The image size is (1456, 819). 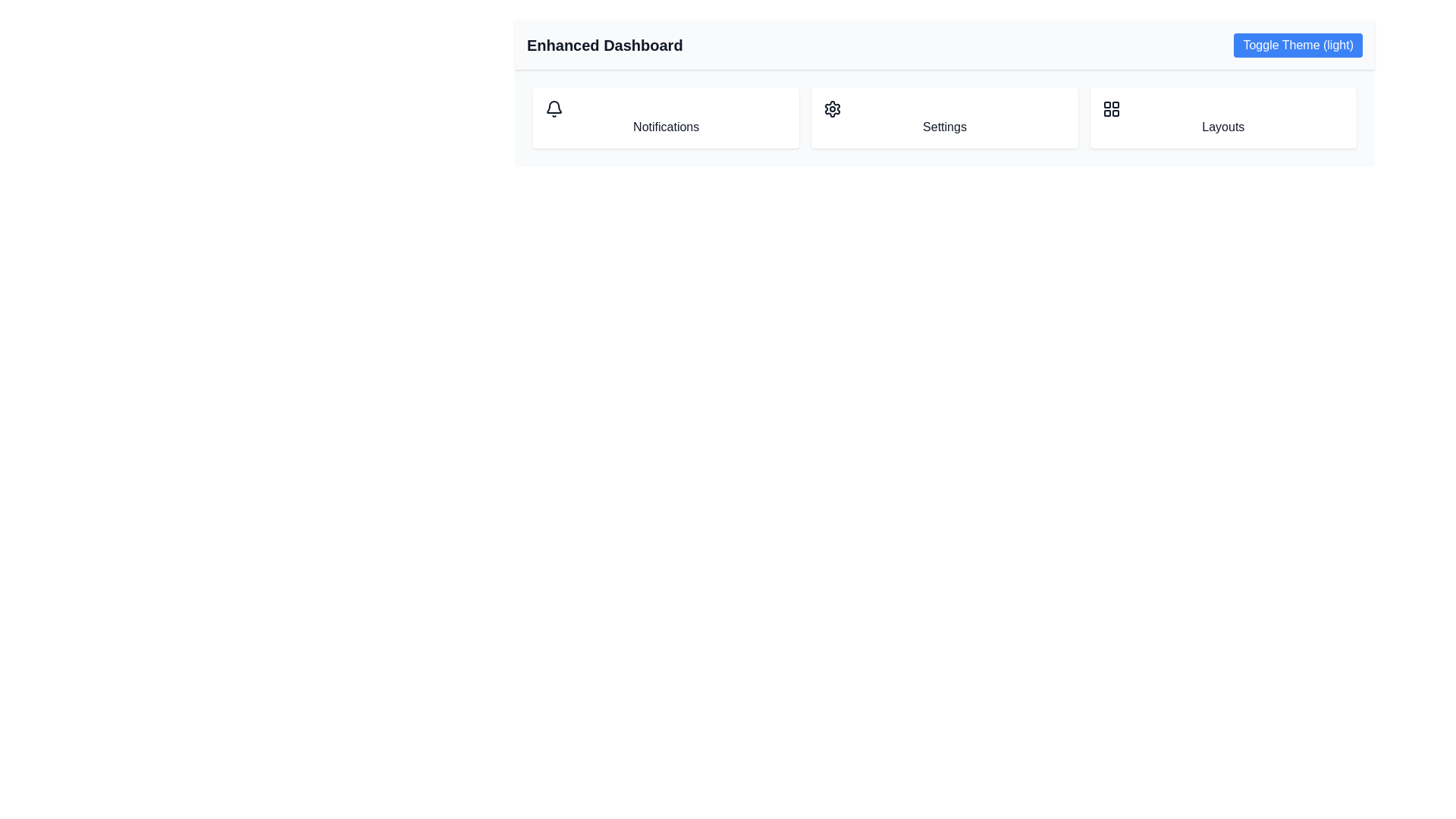 I want to click on the static text label identifying the 'Enhanced Dashboard', located in the top-left section of the header, so click(x=604, y=45).